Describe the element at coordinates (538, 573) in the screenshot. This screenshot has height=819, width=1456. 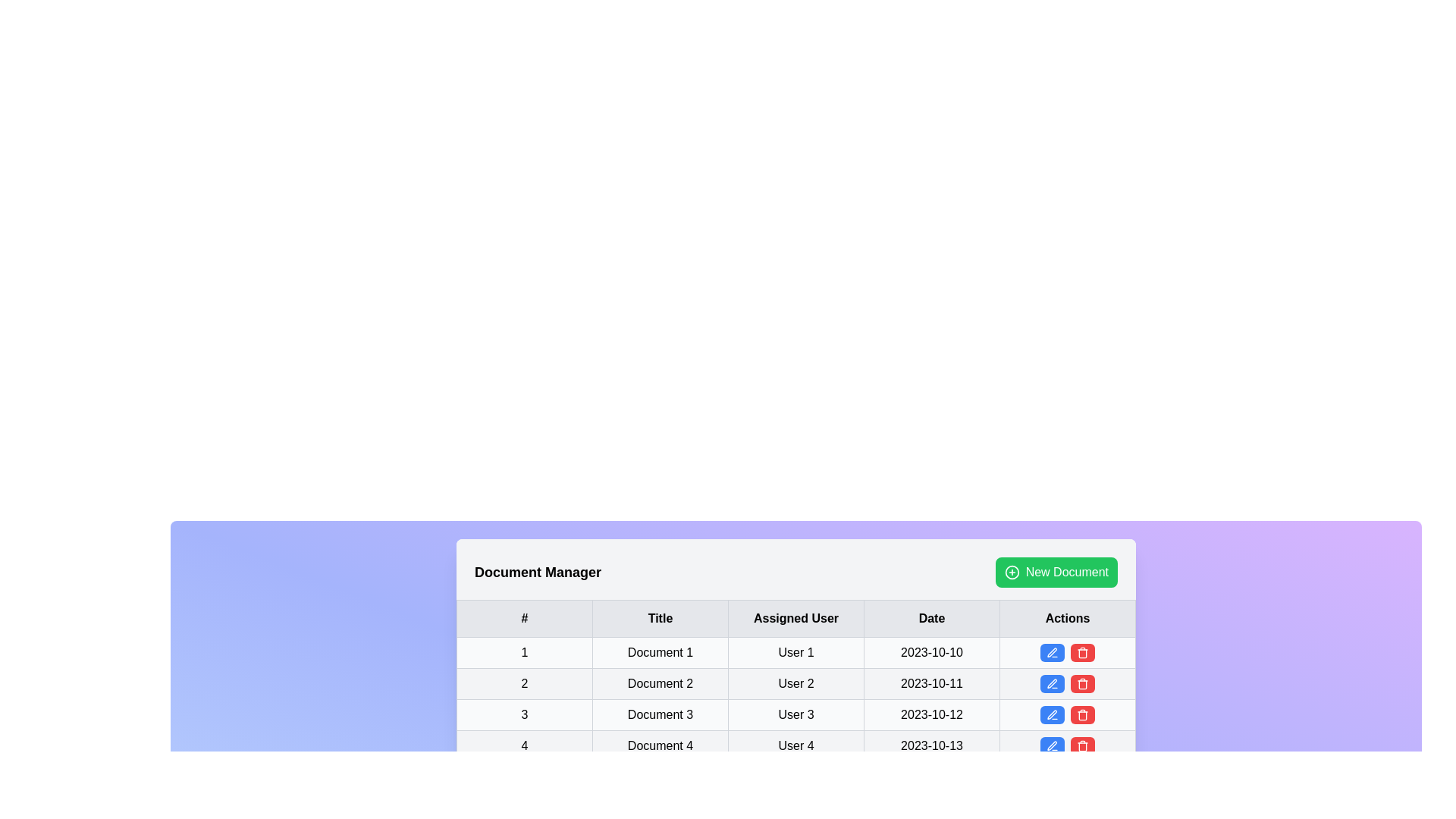
I see `the static text display element labeled 'Document Manager', which serves as a title in the document management section` at that location.